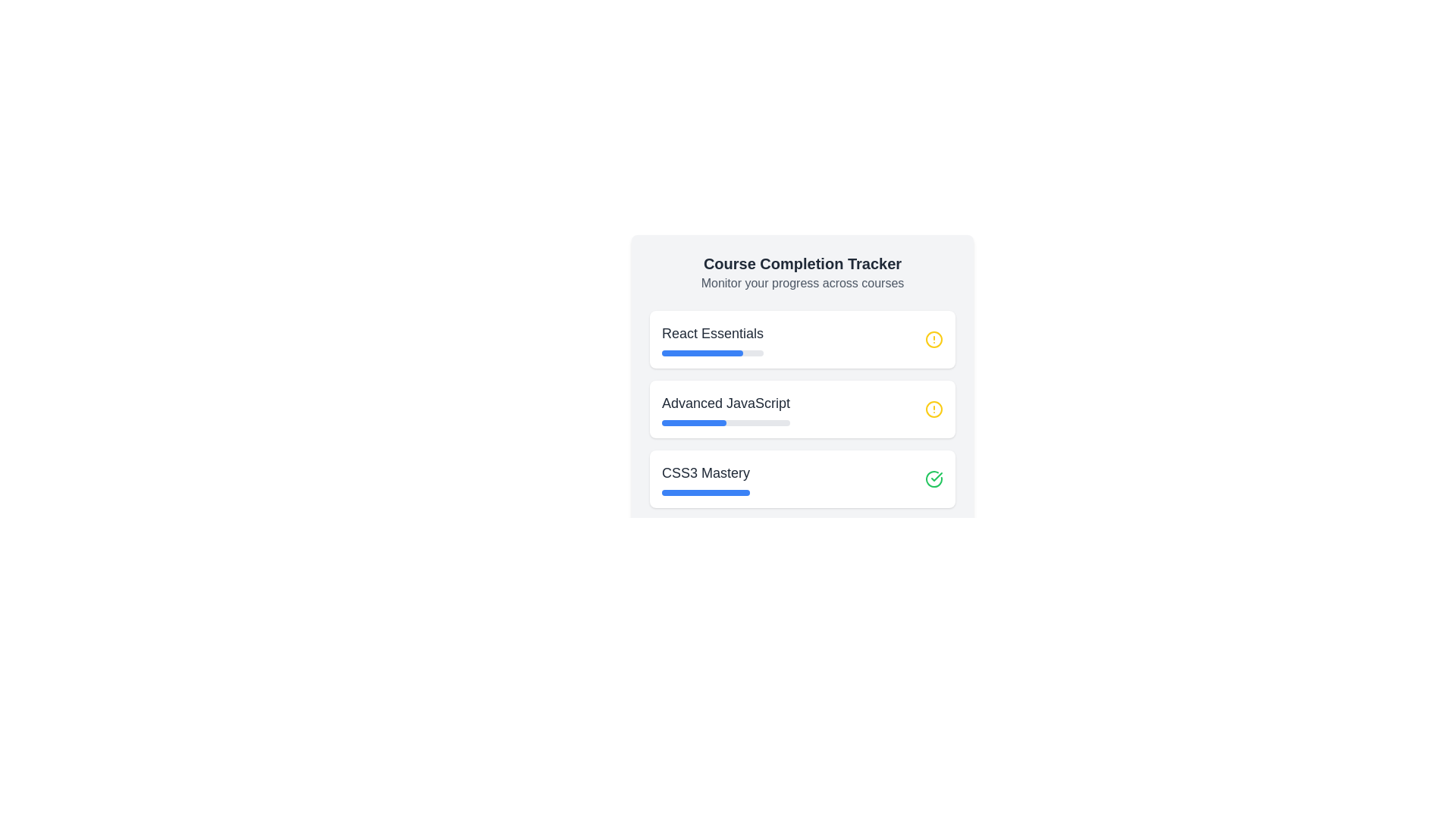 The height and width of the screenshot is (819, 1456). What do you see at coordinates (712, 332) in the screenshot?
I see `the text label representing the title of the first course in the completion tracker interface, which is positioned above the progress bar and icon in the topmost row of the course list` at bounding box center [712, 332].